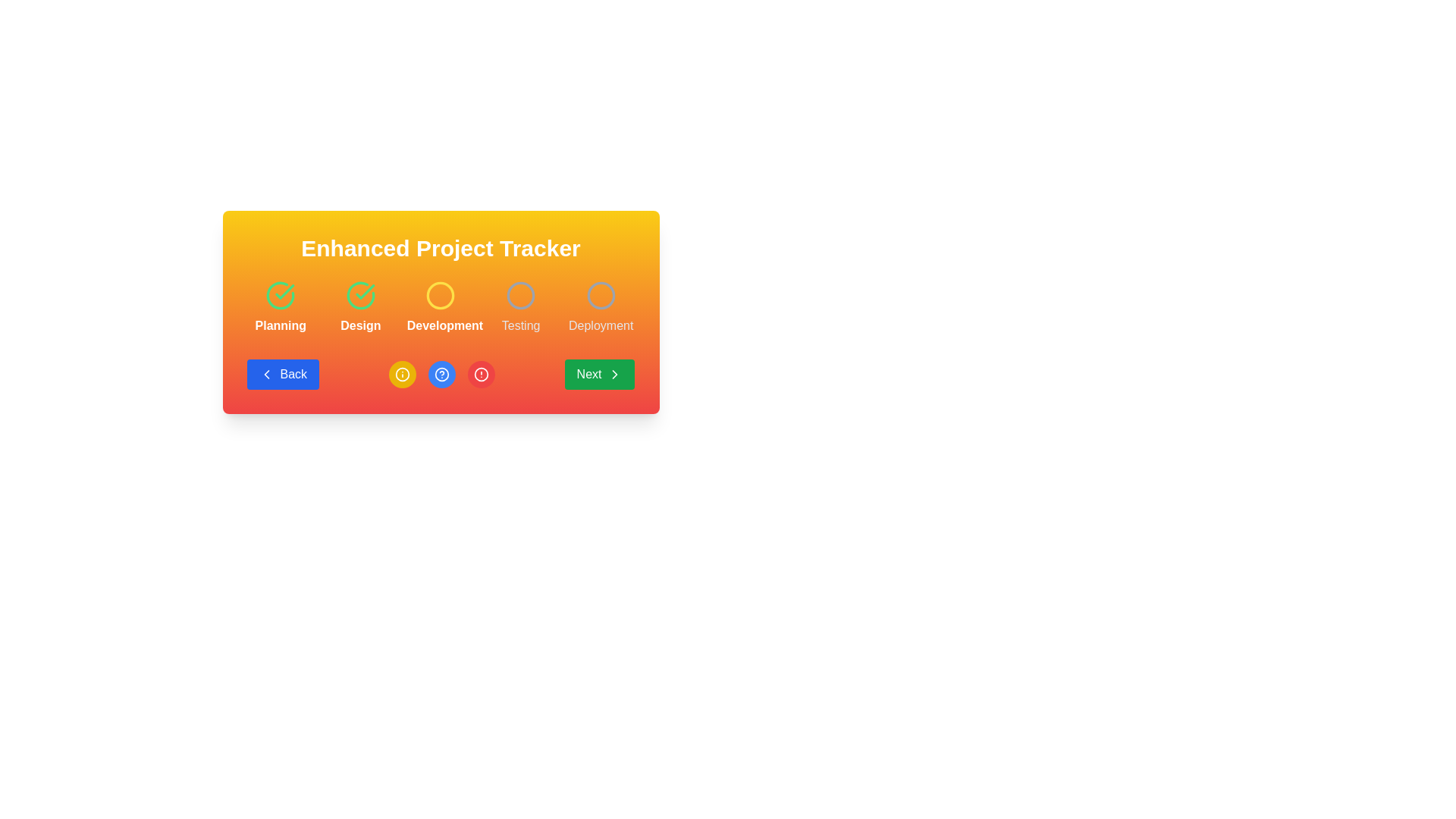 This screenshot has height=819, width=1456. Describe the element at coordinates (480, 374) in the screenshot. I see `the rightmost circular red button with a white alert symbol` at that location.